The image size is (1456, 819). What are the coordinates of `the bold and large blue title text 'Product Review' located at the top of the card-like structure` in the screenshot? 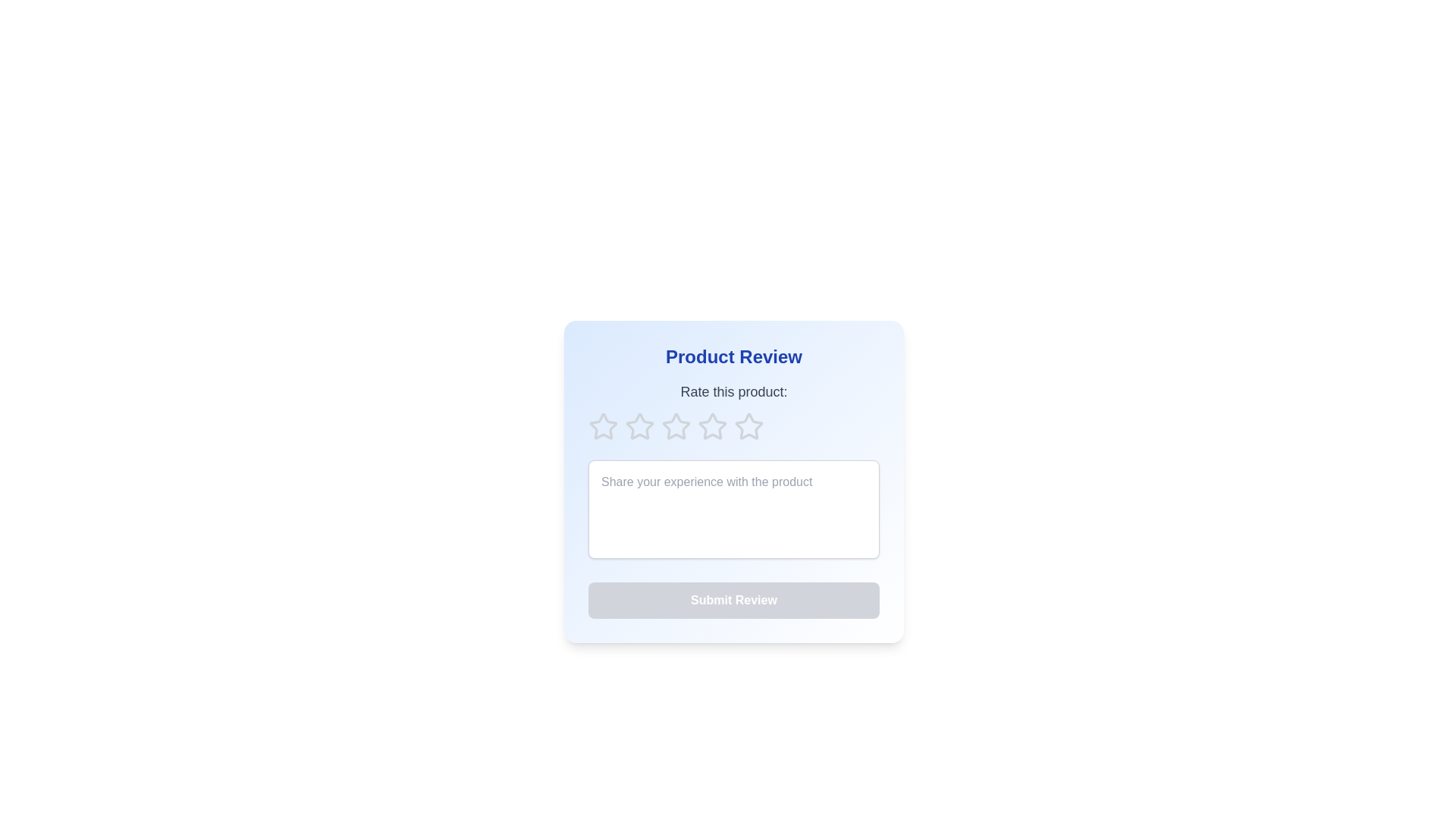 It's located at (734, 356).